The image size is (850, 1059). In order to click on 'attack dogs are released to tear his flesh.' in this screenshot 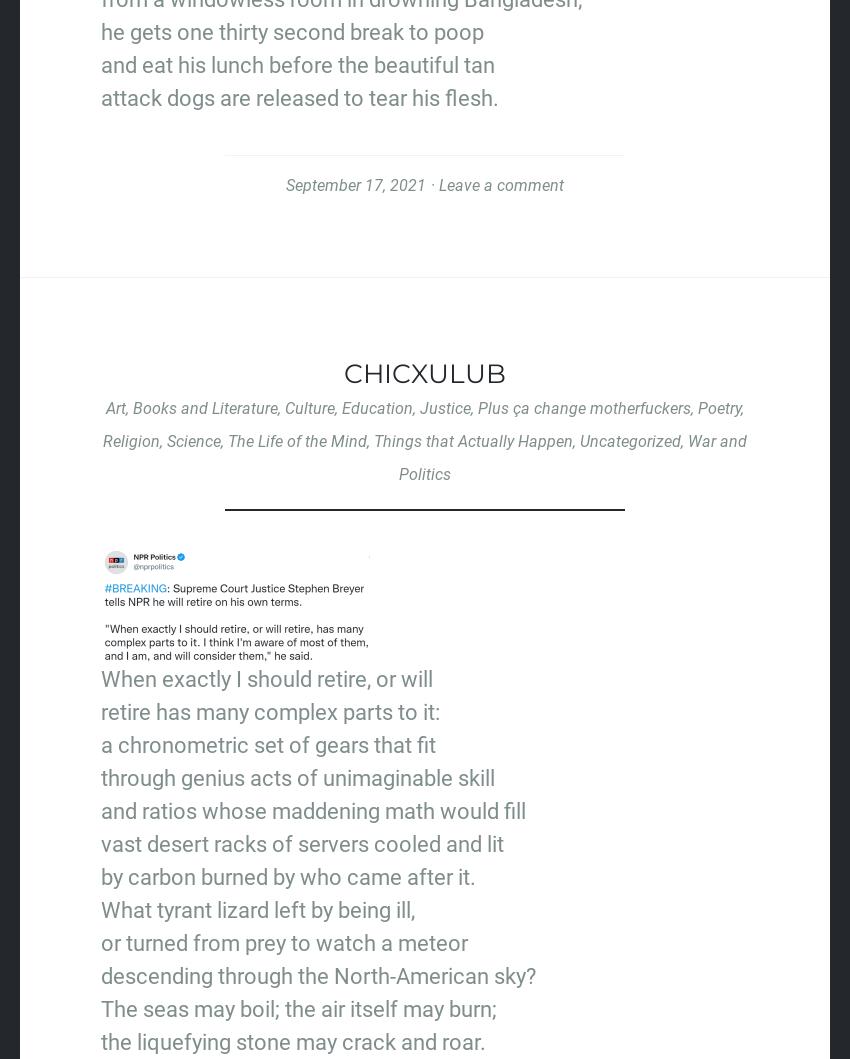, I will do `click(299, 97)`.